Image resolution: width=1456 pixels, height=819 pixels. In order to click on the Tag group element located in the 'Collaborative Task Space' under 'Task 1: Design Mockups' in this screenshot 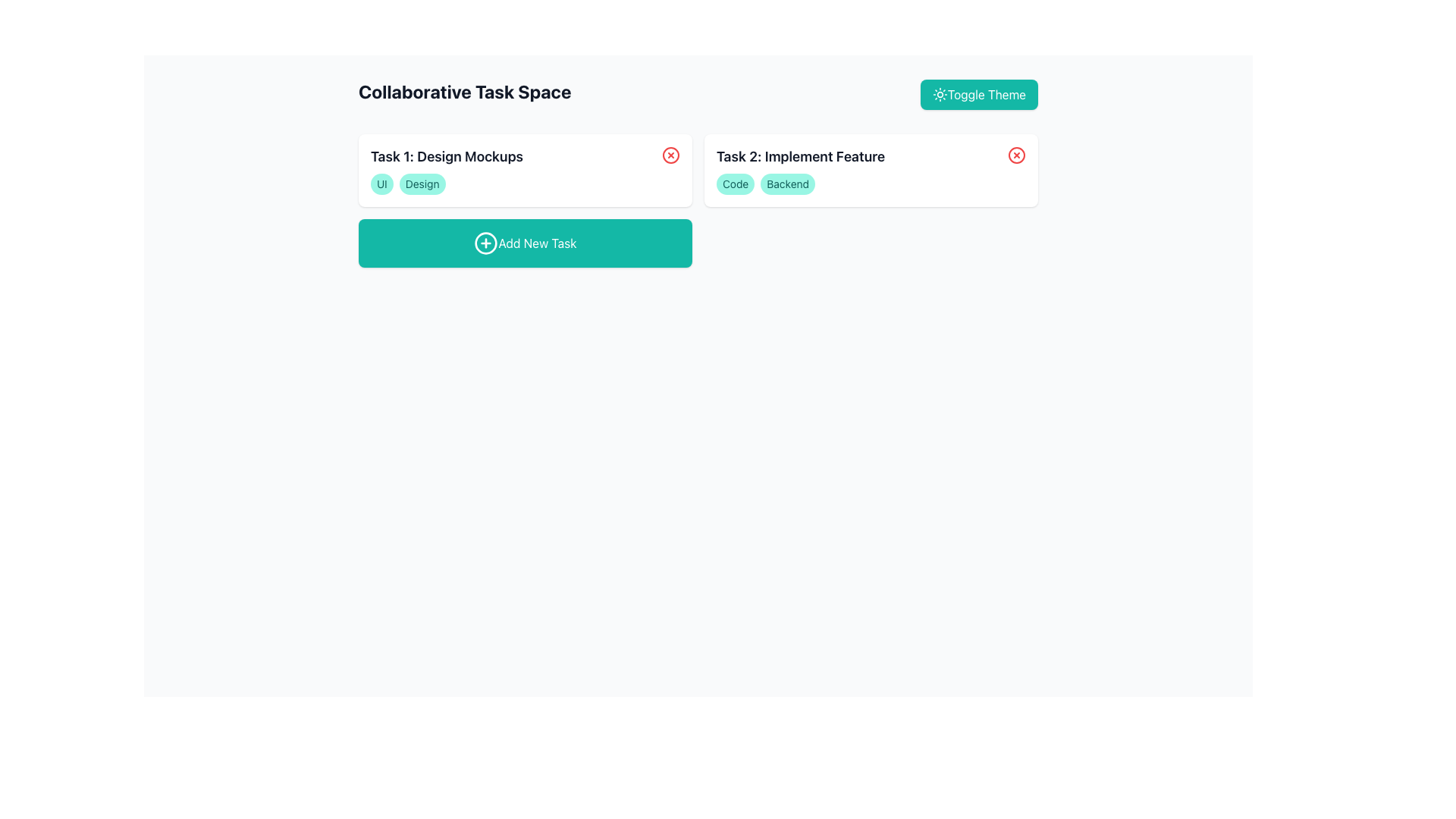, I will do `click(525, 184)`.